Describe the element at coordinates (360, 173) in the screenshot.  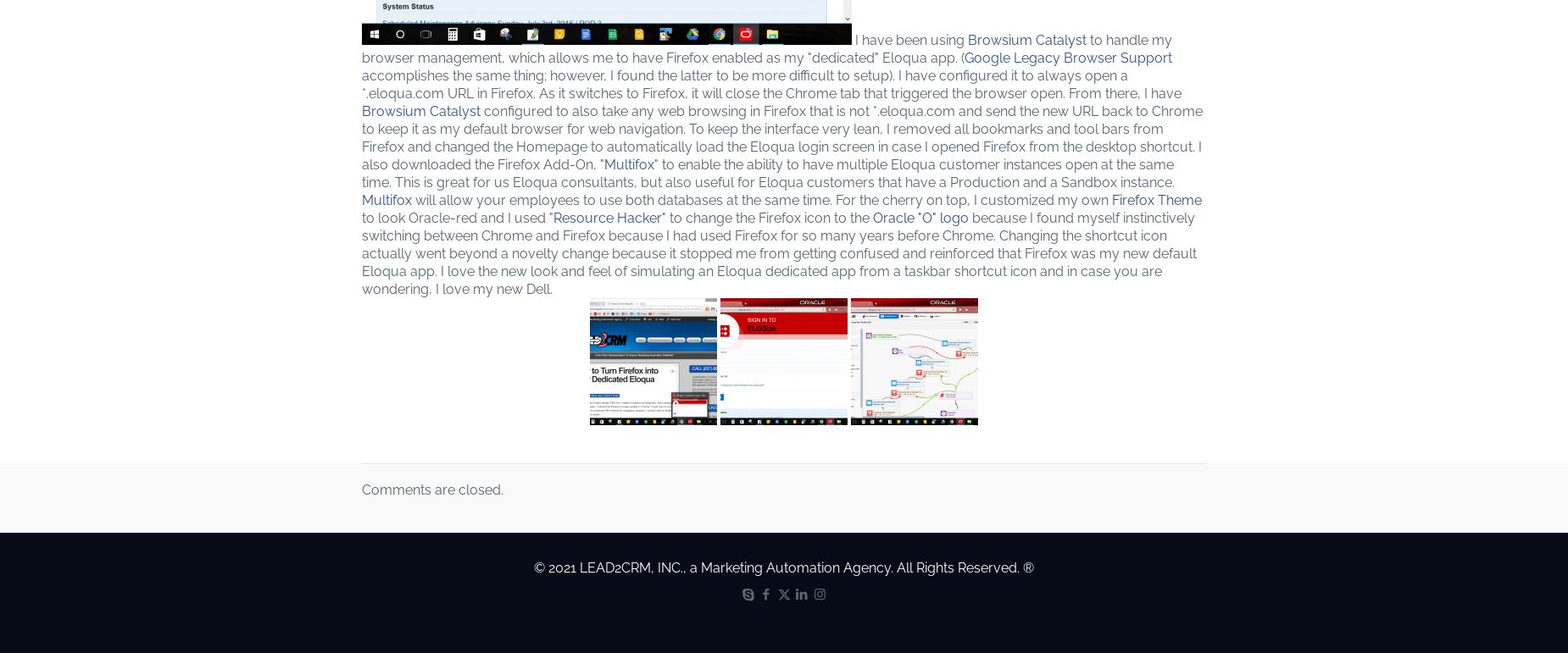
I see `'" to enable the ability to have multiple Eloqua customer instances open at the same time. This is great for us Eloqua consultants, but also useful for Eloqua customers that have a Production and a Sandbox instance.'` at that location.